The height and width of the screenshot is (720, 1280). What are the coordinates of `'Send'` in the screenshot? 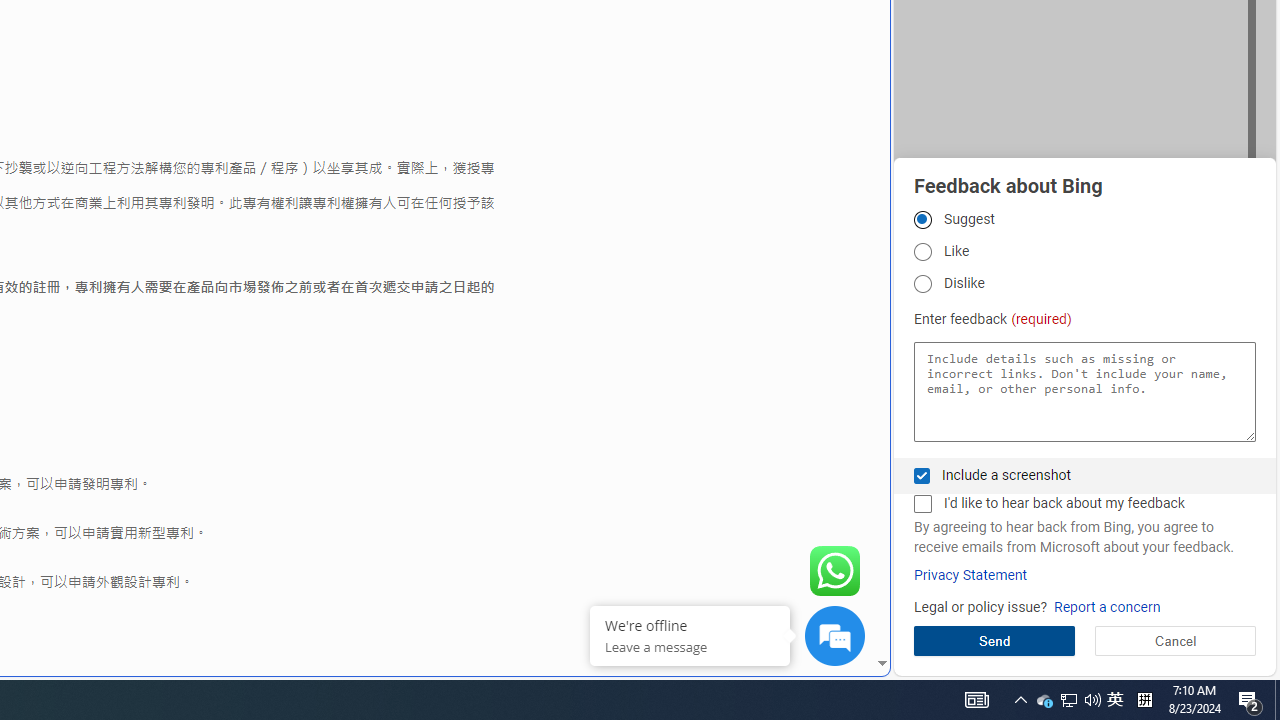 It's located at (994, 640).